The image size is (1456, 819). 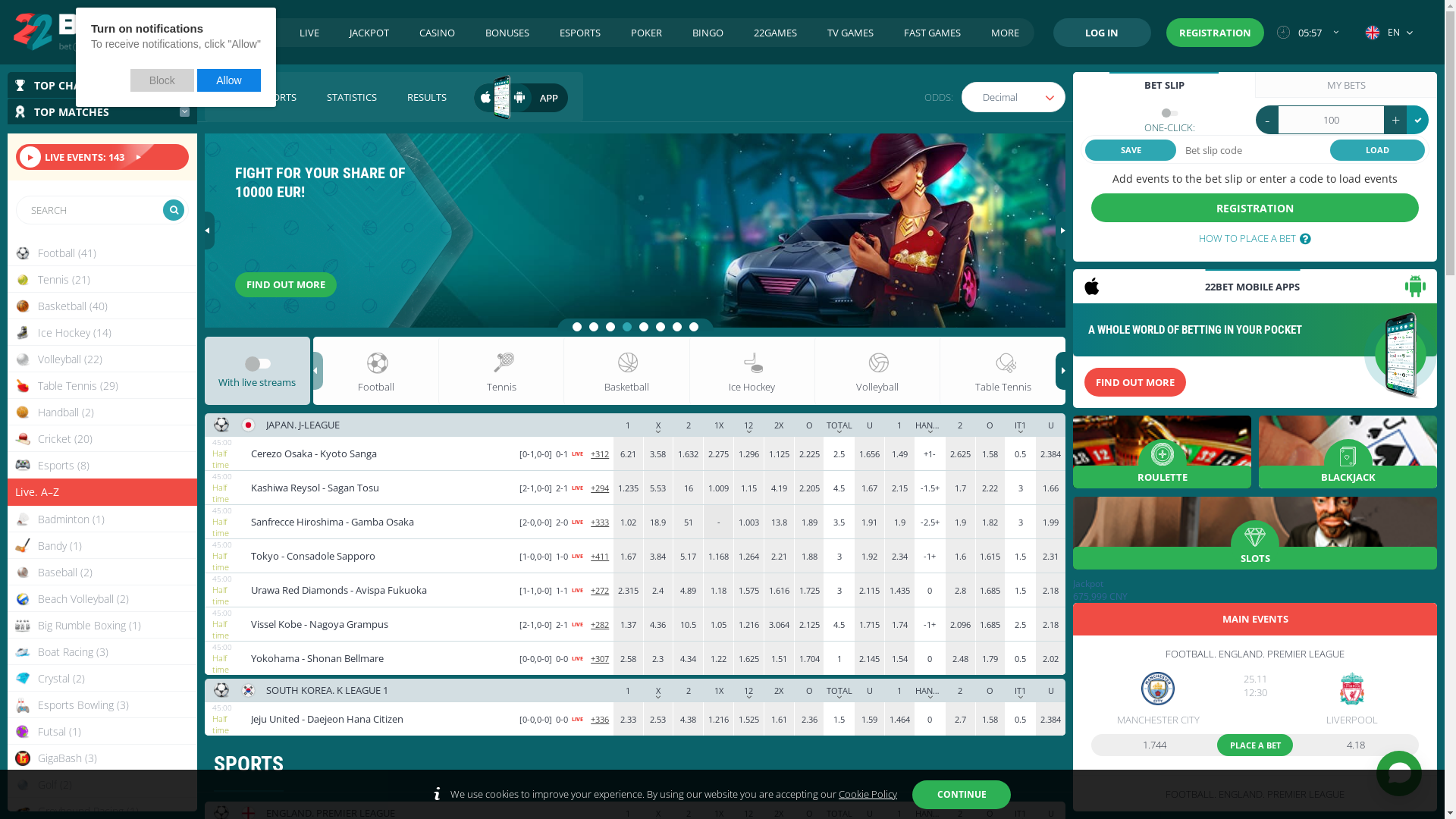 What do you see at coordinates (507, 32) in the screenshot?
I see `'BONUSES'` at bounding box center [507, 32].